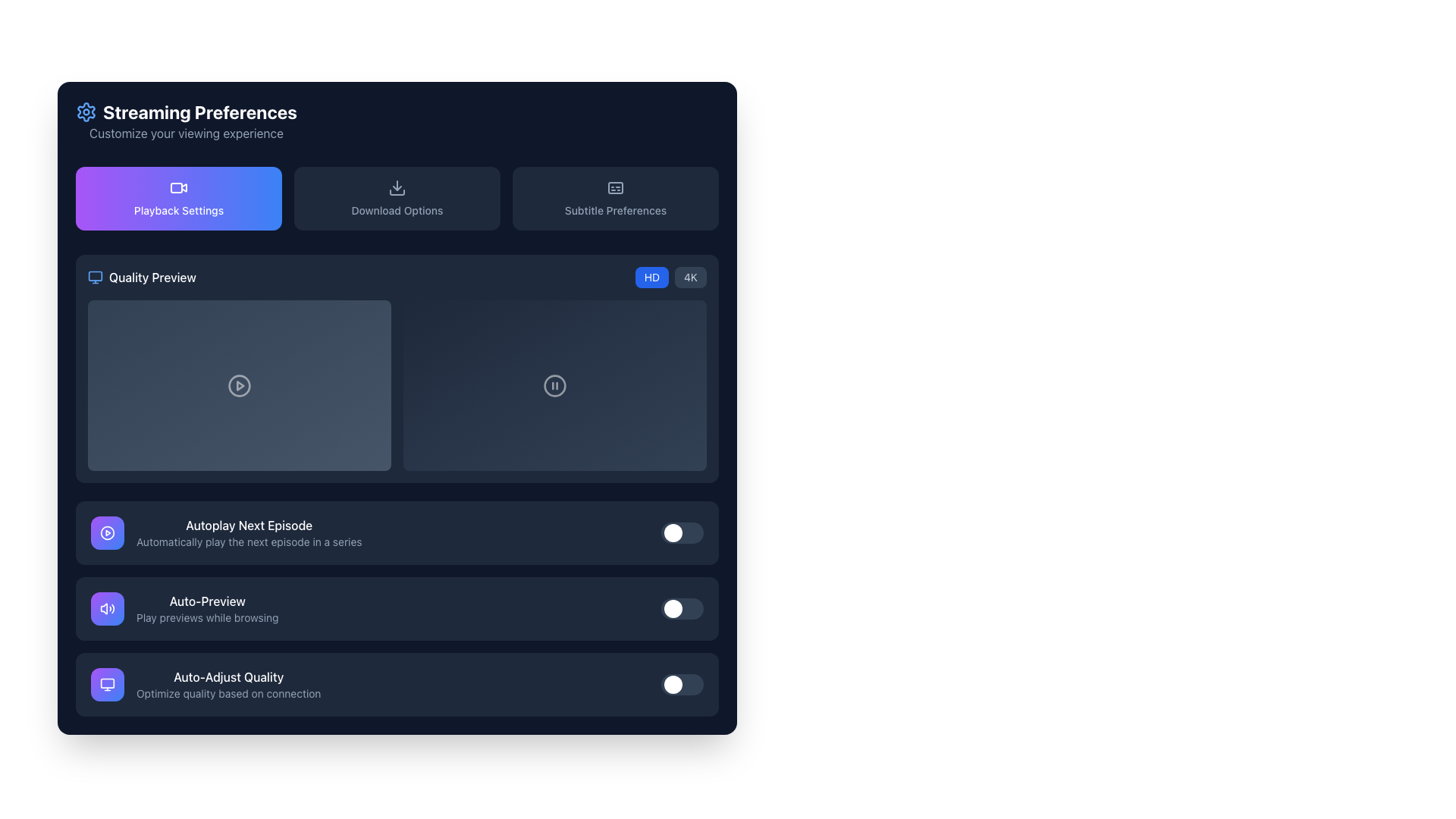 This screenshot has width=1456, height=819. I want to click on the interactive button in the top-right corner of the grid, so click(615, 198).